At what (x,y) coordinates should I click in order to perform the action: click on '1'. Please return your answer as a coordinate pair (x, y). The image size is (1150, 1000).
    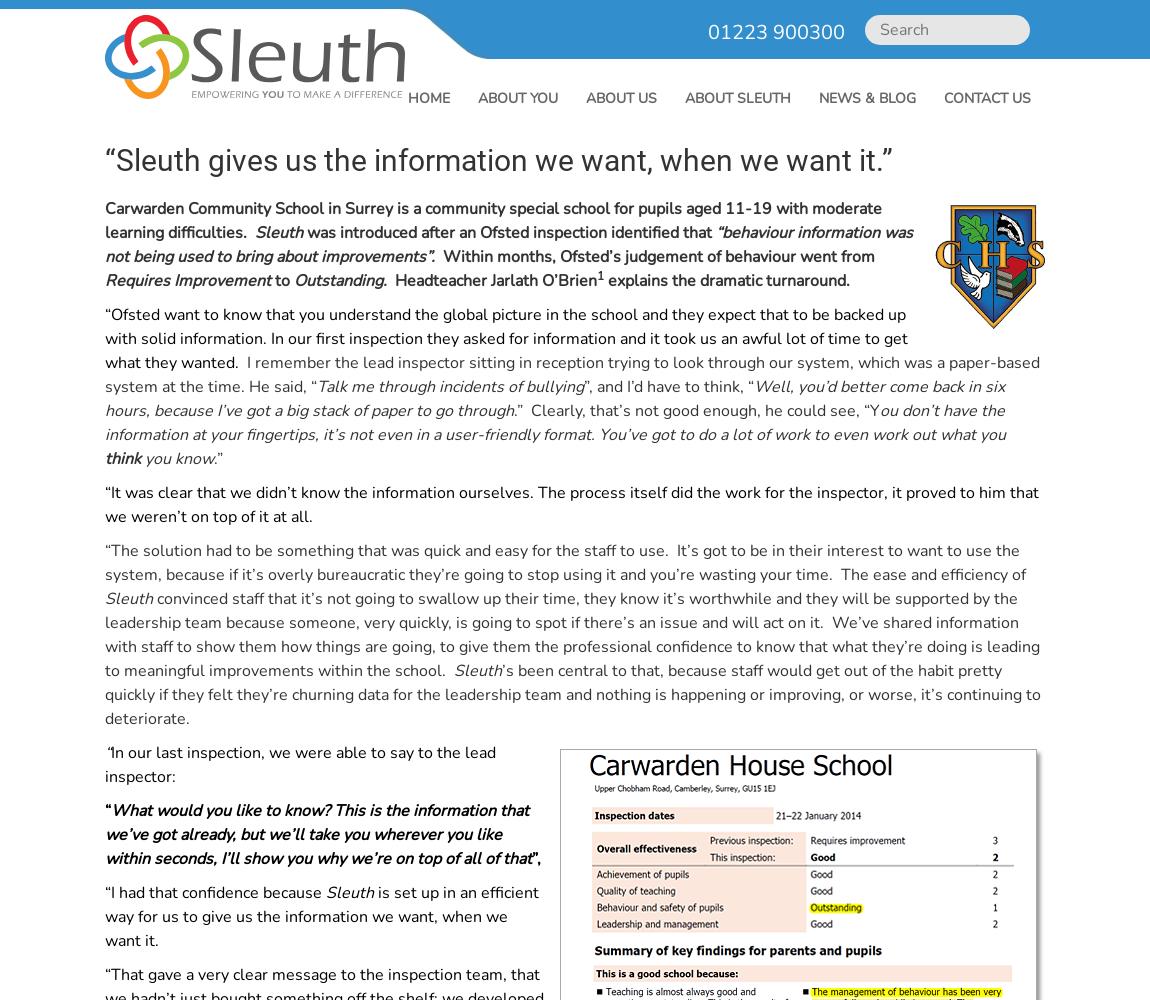
    Looking at the image, I should click on (599, 276).